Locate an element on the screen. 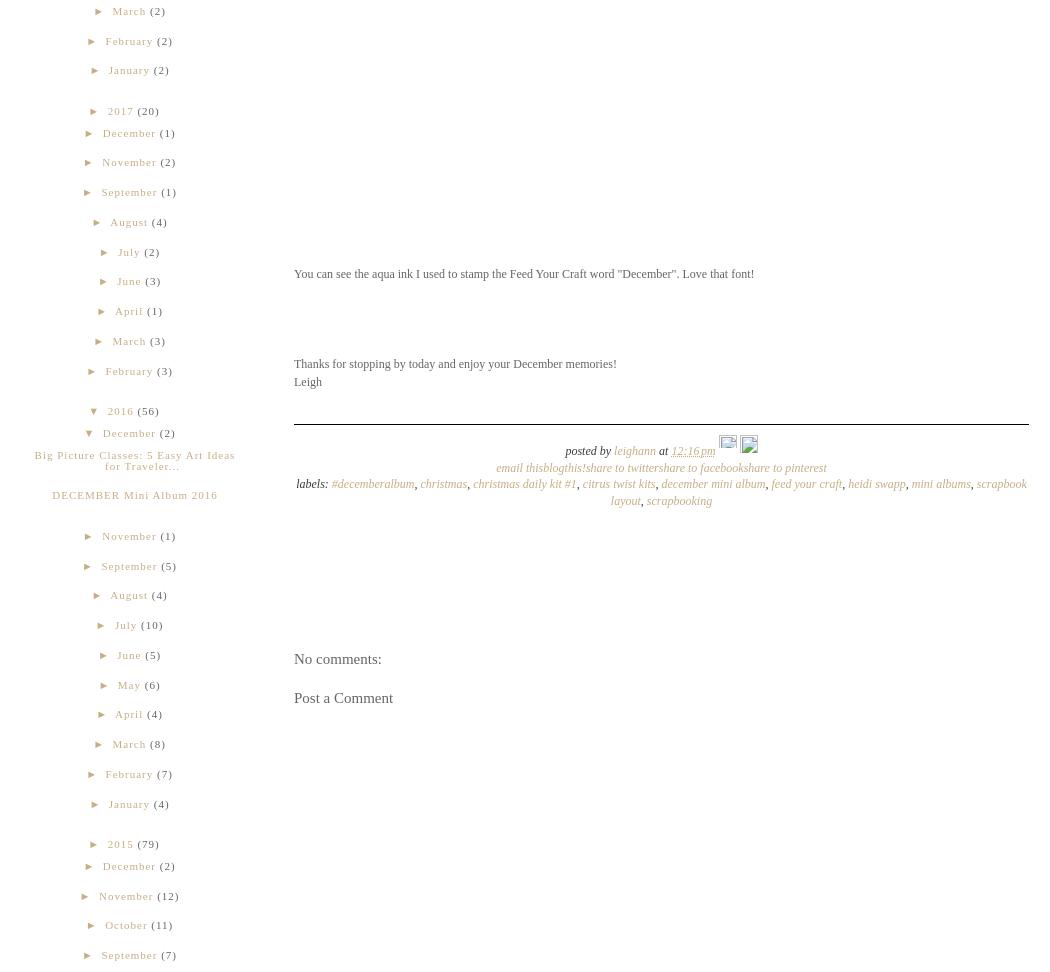  'Posted by' is located at coordinates (588, 449).